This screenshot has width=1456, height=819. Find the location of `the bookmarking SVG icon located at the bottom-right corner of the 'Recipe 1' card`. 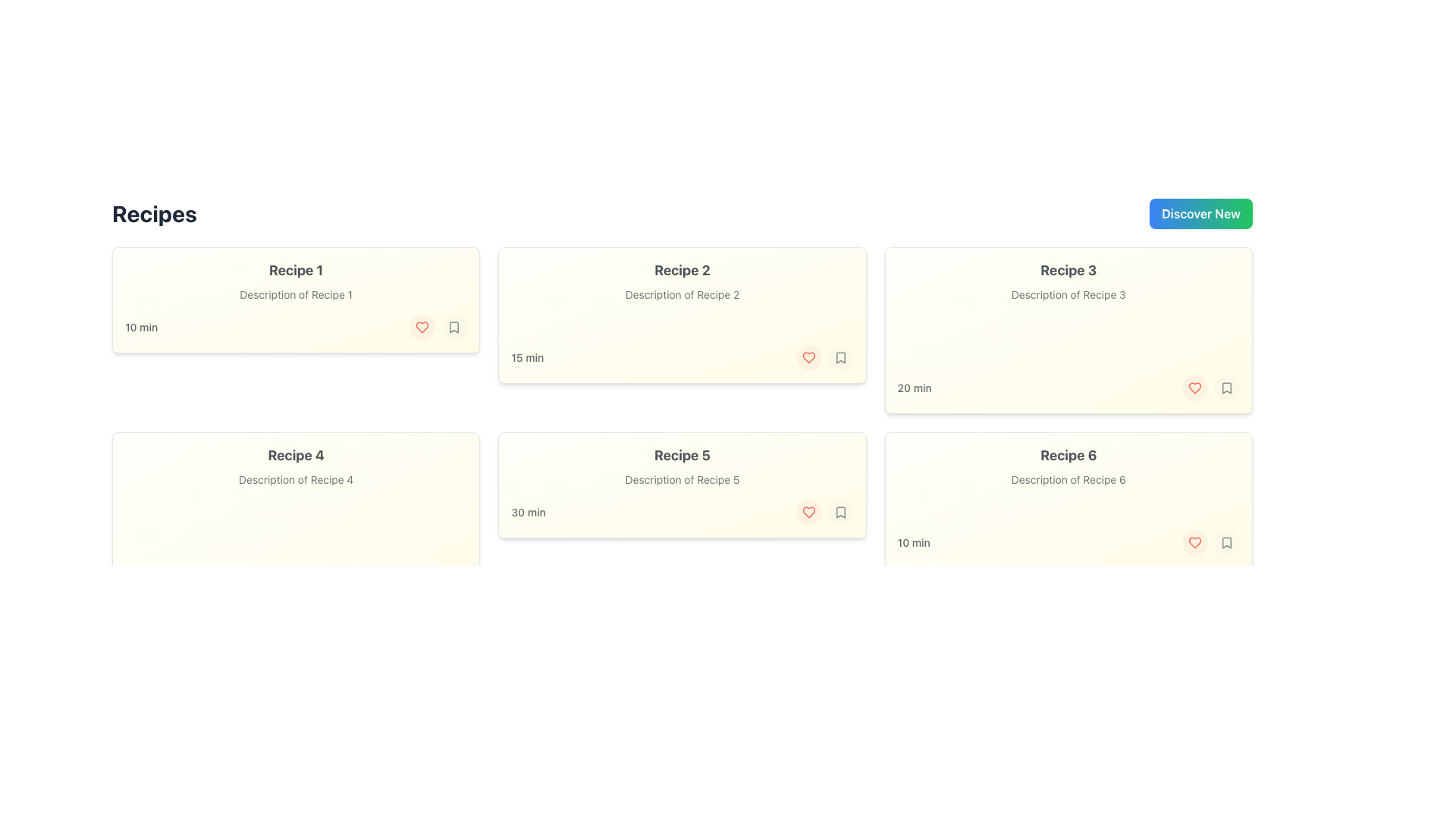

the bookmarking SVG icon located at the bottom-right corner of the 'Recipe 1' card is located at coordinates (453, 327).